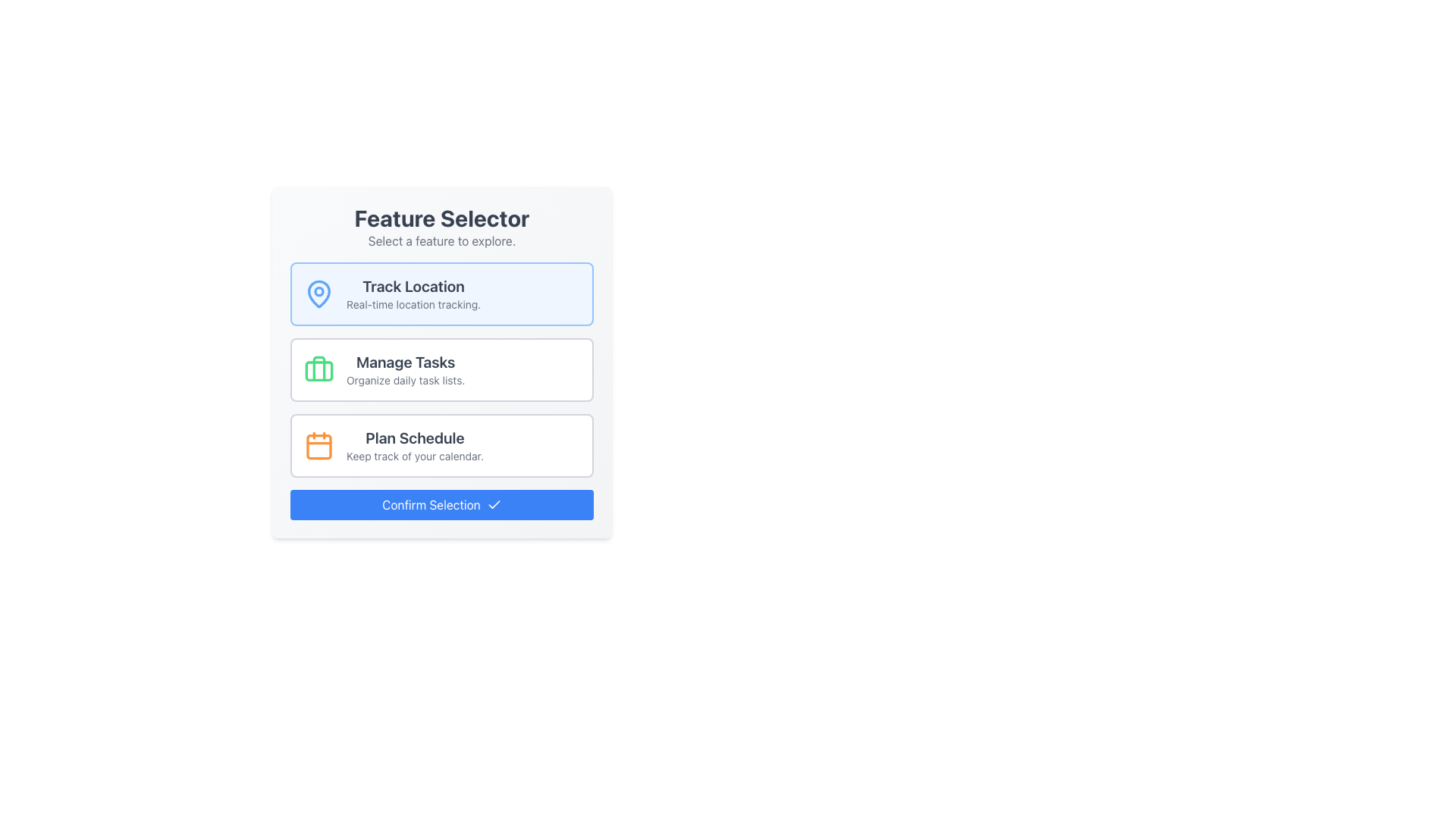 The height and width of the screenshot is (819, 1456). What do you see at coordinates (441, 505) in the screenshot?
I see `the 'Confirm Selection' button, which is a rectangular button with rounded corners, vibrant blue background, bold white text, and a checkmark icon, located at the bottom of the 'Feature Selector' panel` at bounding box center [441, 505].